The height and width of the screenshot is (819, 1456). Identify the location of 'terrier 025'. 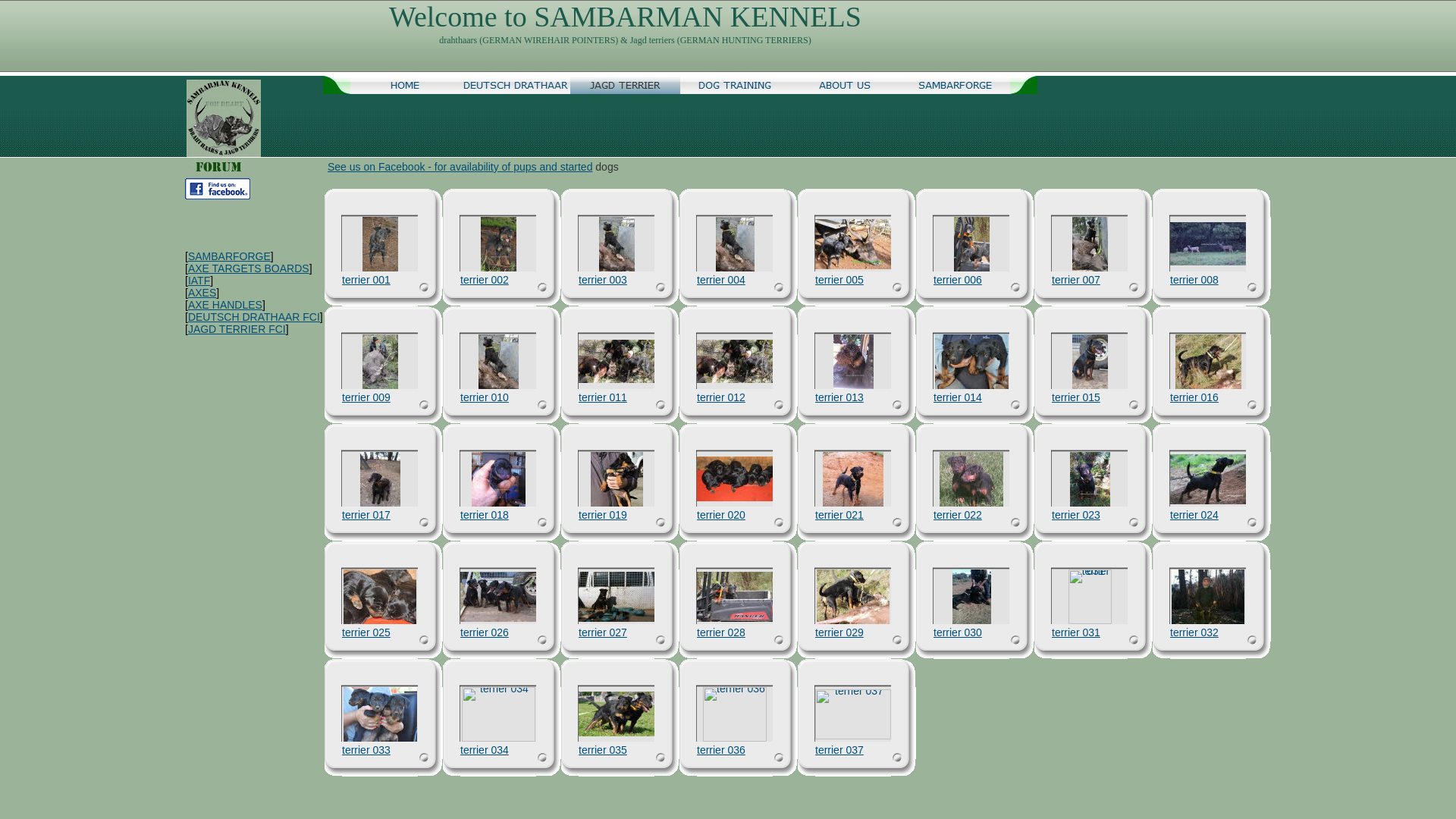
(366, 632).